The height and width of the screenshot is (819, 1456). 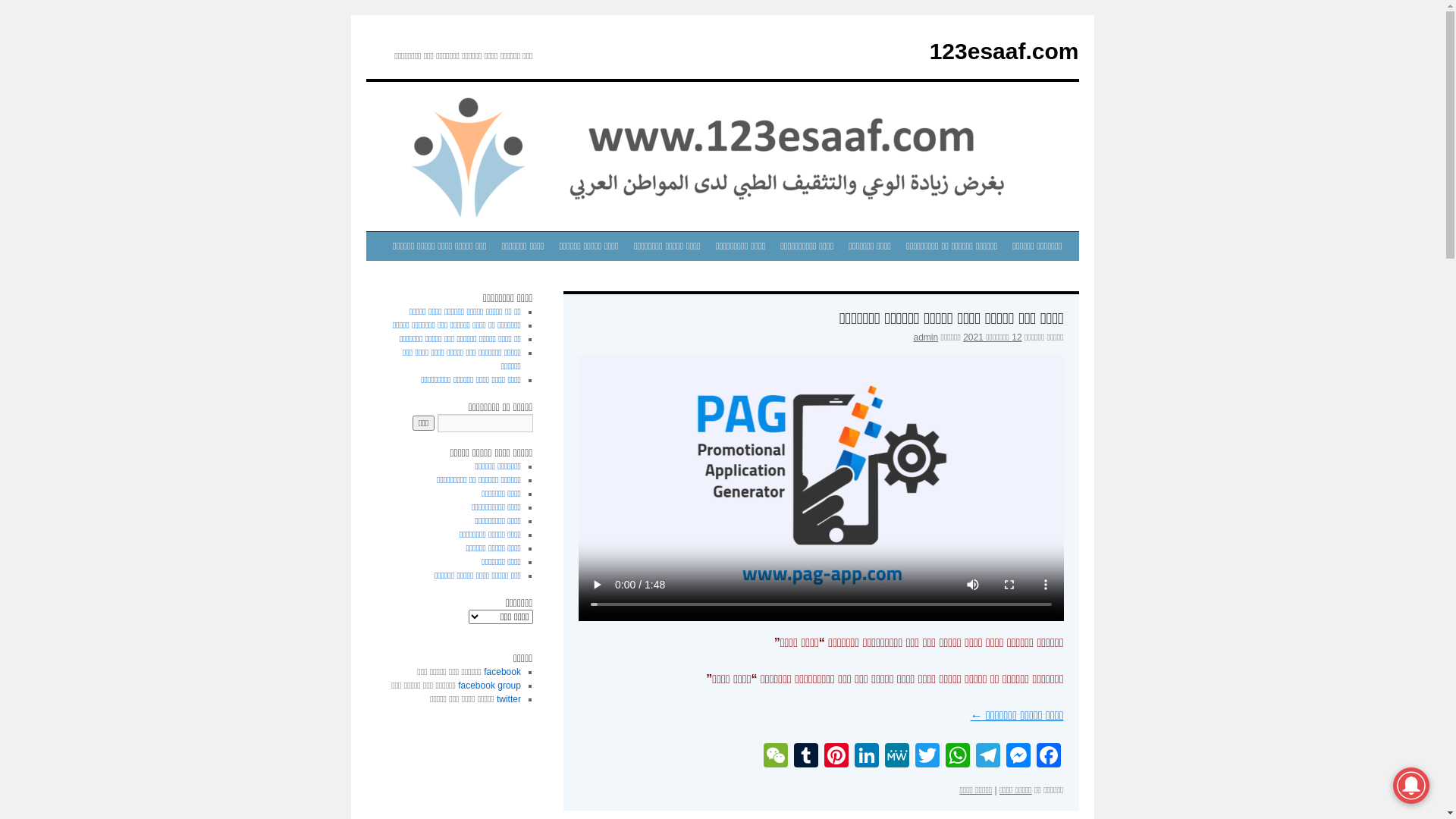 I want to click on 'Pinterest', so click(x=835, y=757).